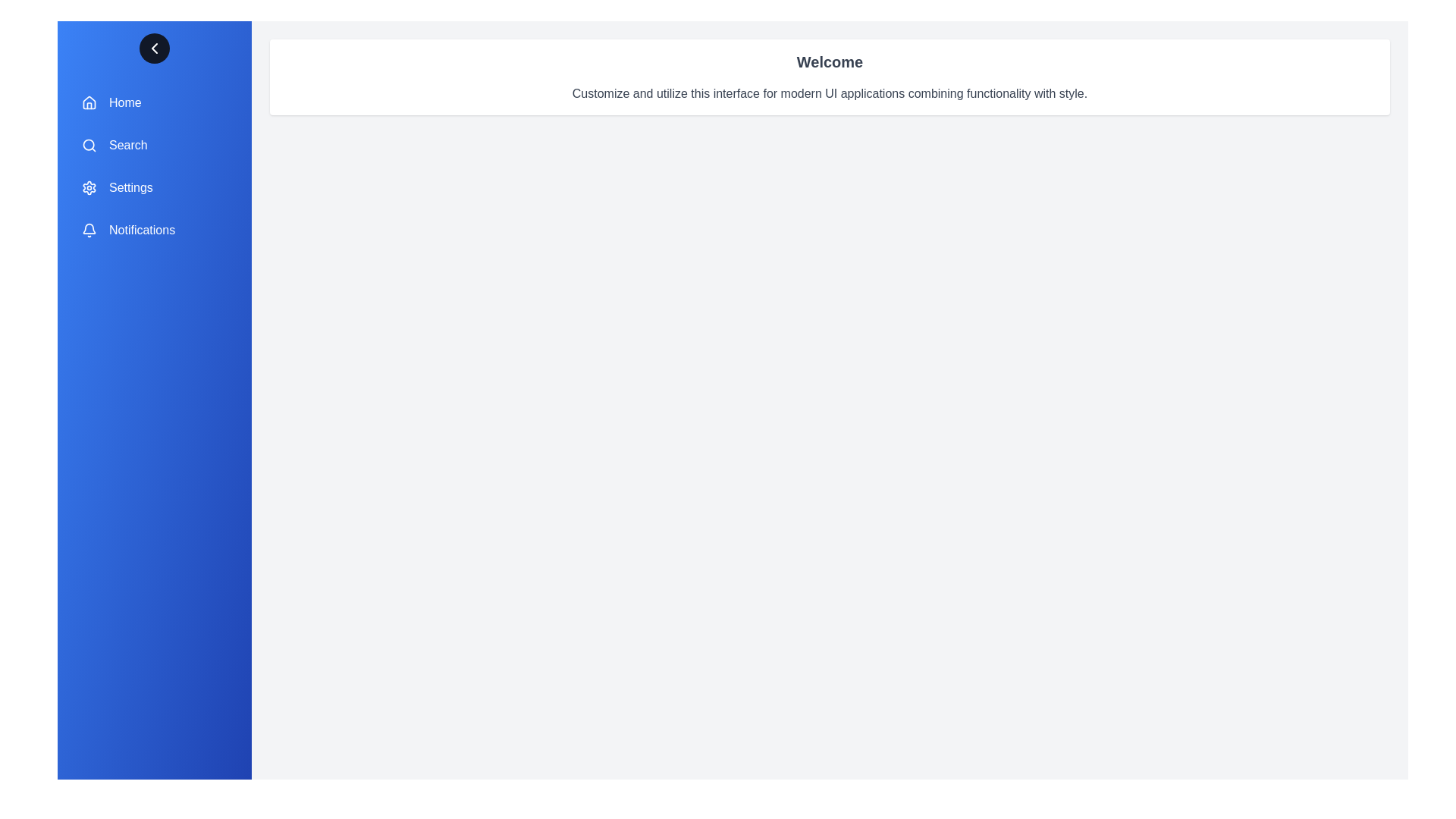 The height and width of the screenshot is (819, 1456). What do you see at coordinates (829, 61) in the screenshot?
I see `the welcome text to focus on it` at bounding box center [829, 61].